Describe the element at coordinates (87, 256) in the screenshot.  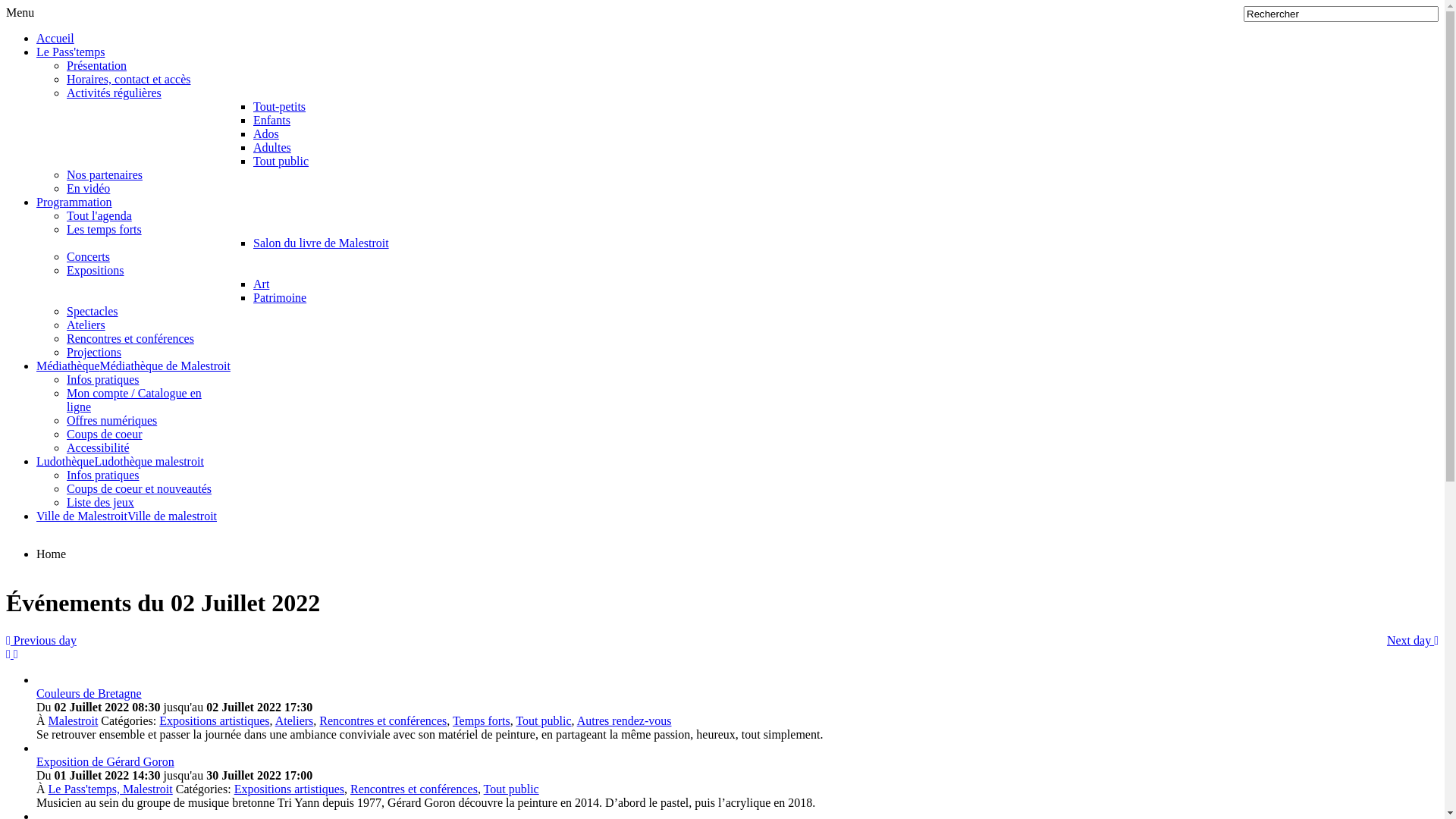
I see `'Concerts'` at that location.